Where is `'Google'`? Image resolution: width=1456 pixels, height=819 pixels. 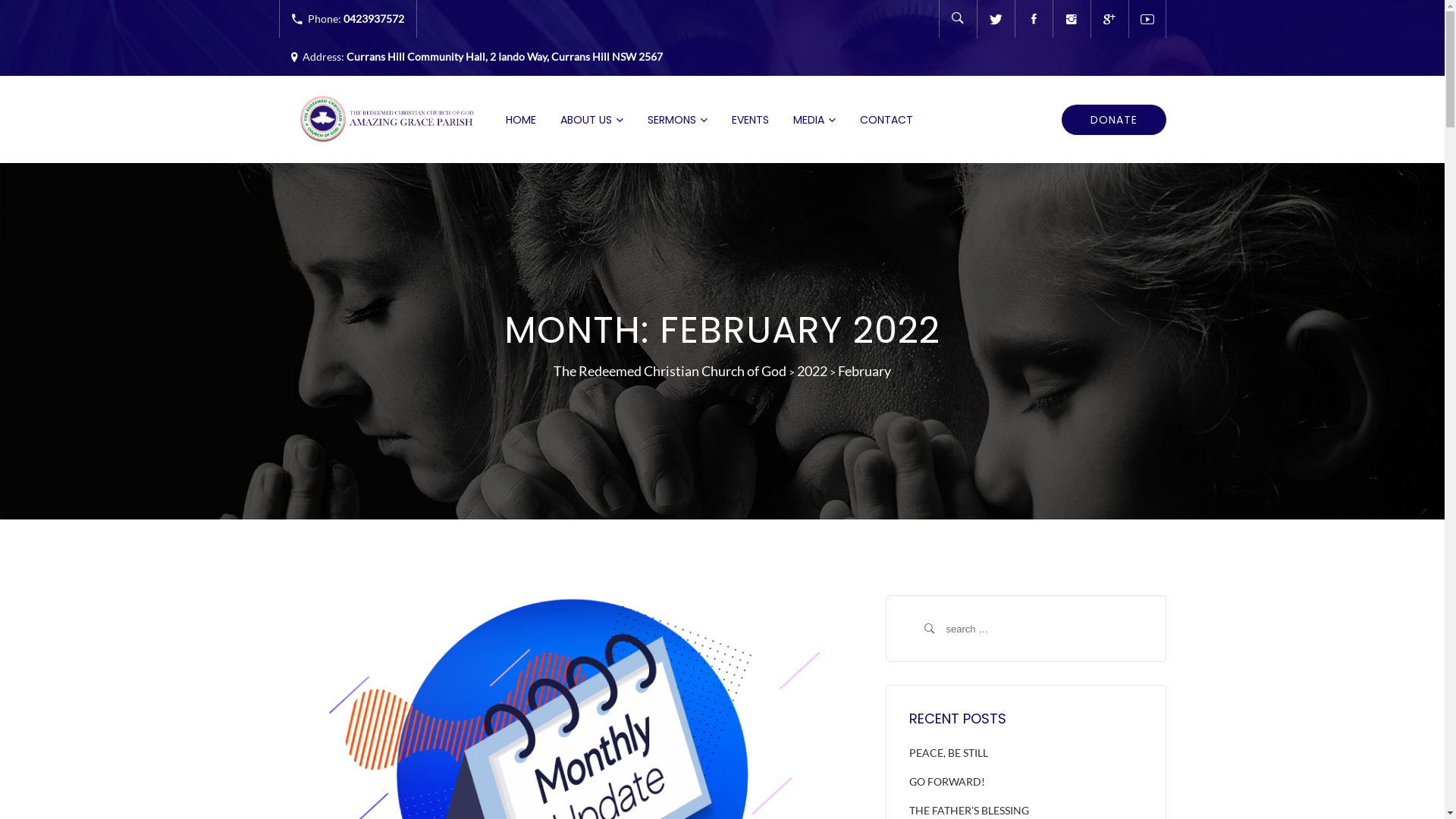 'Google' is located at coordinates (1109, 18).